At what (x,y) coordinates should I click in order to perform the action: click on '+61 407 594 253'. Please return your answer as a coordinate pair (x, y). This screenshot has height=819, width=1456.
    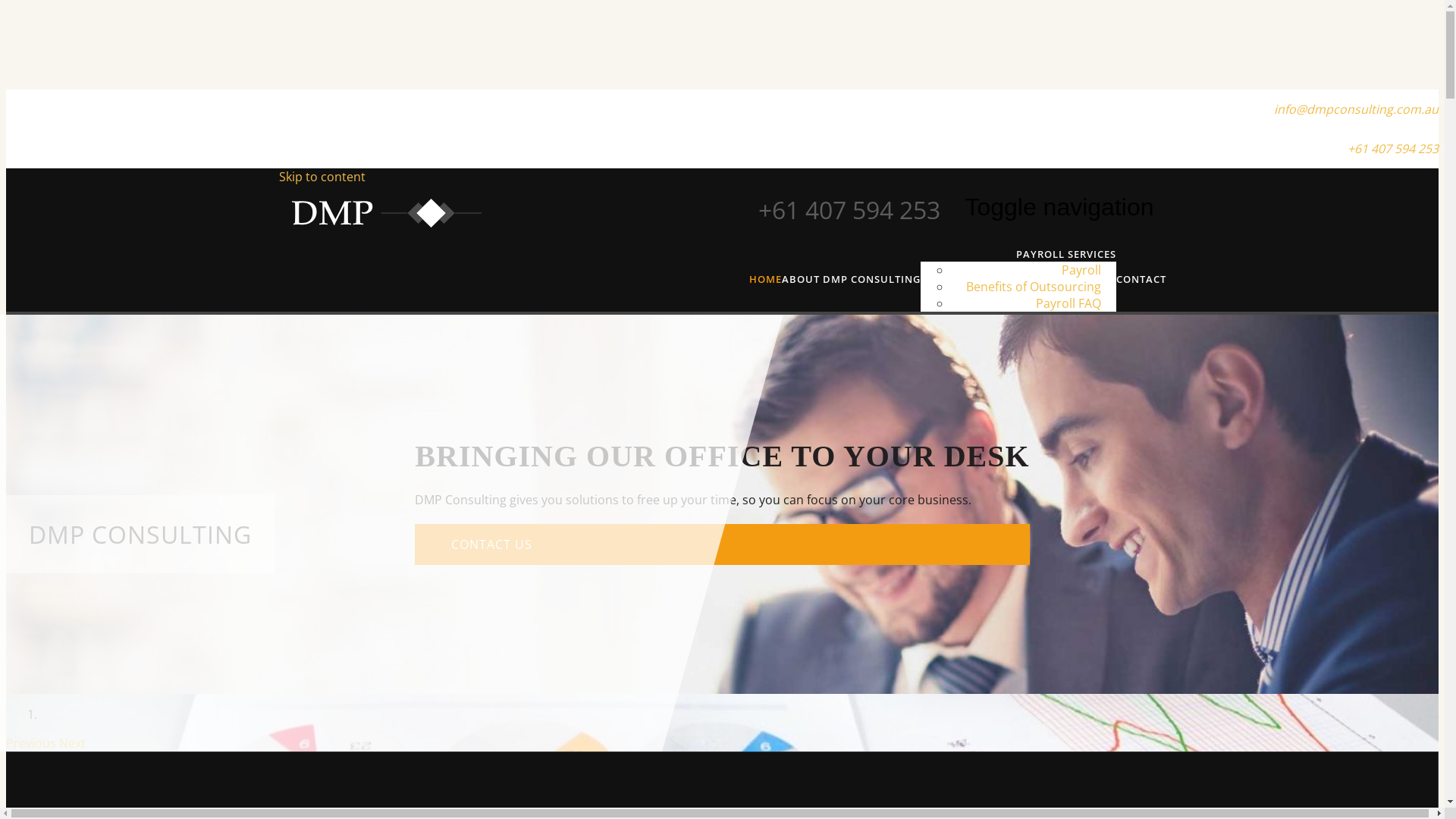
    Looking at the image, I should click on (1393, 149).